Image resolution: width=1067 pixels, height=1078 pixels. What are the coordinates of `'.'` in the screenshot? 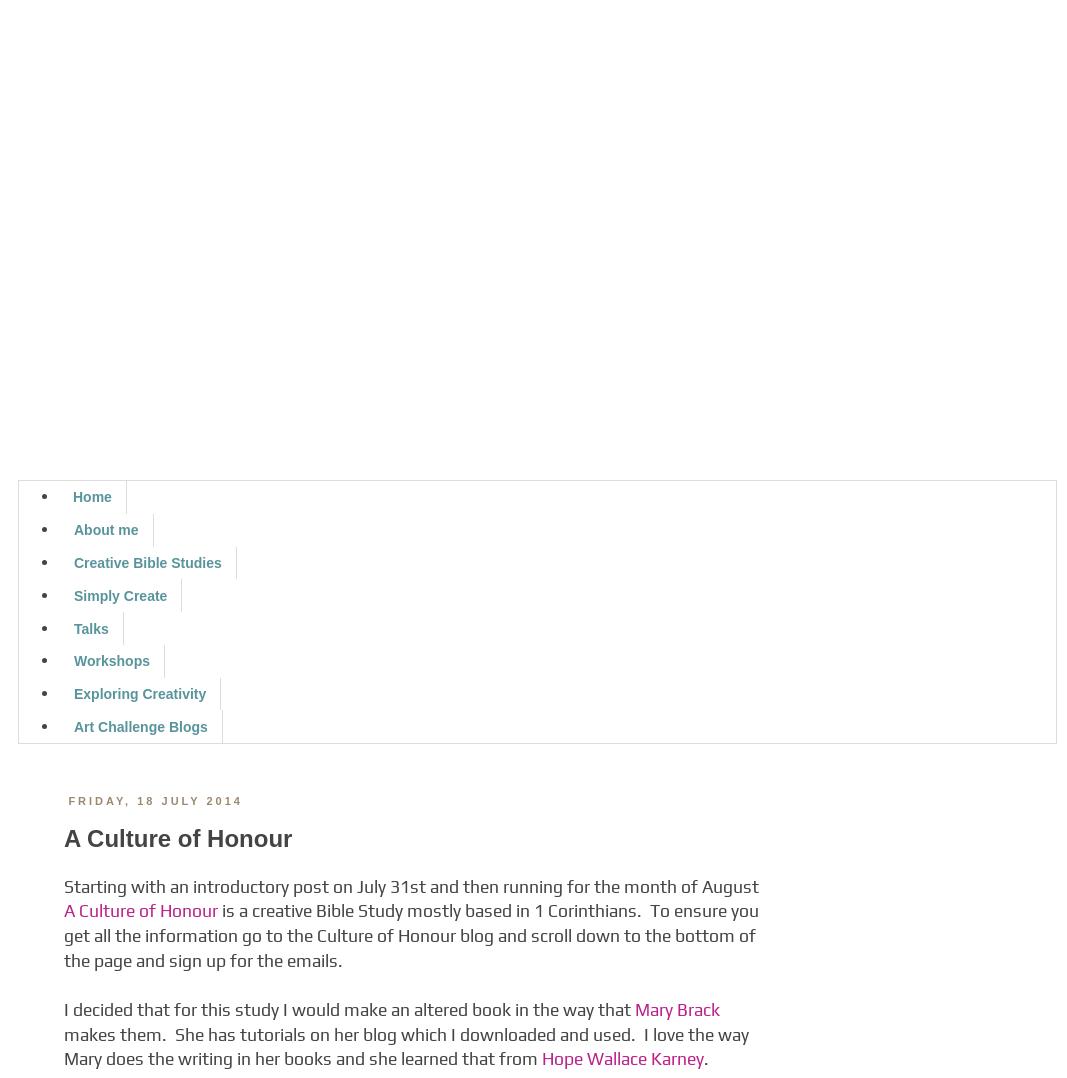 It's located at (704, 1059).